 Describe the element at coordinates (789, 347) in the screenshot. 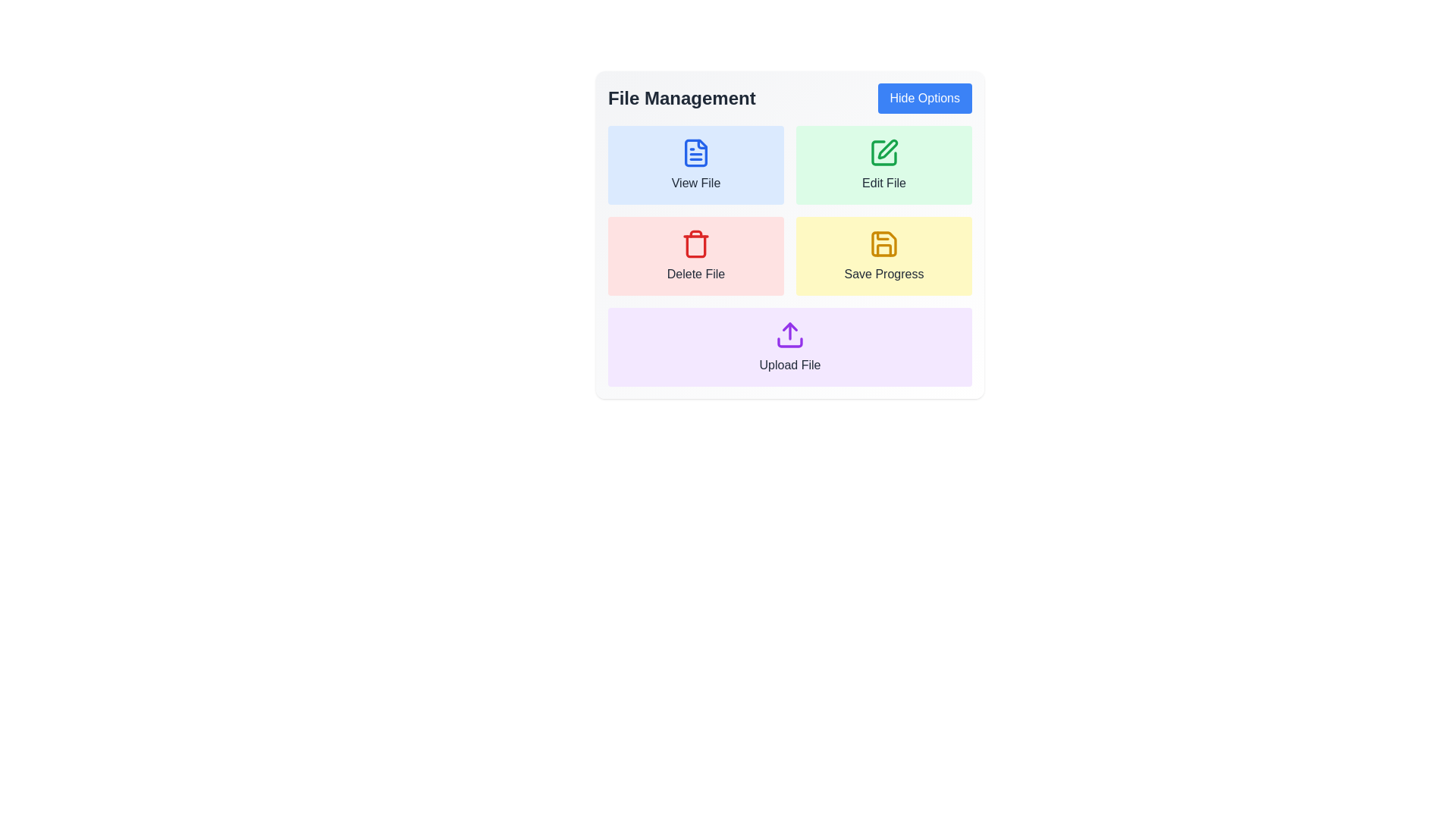

I see `the file upload button located at the bottom of the 'File Management' grid layout by` at that location.